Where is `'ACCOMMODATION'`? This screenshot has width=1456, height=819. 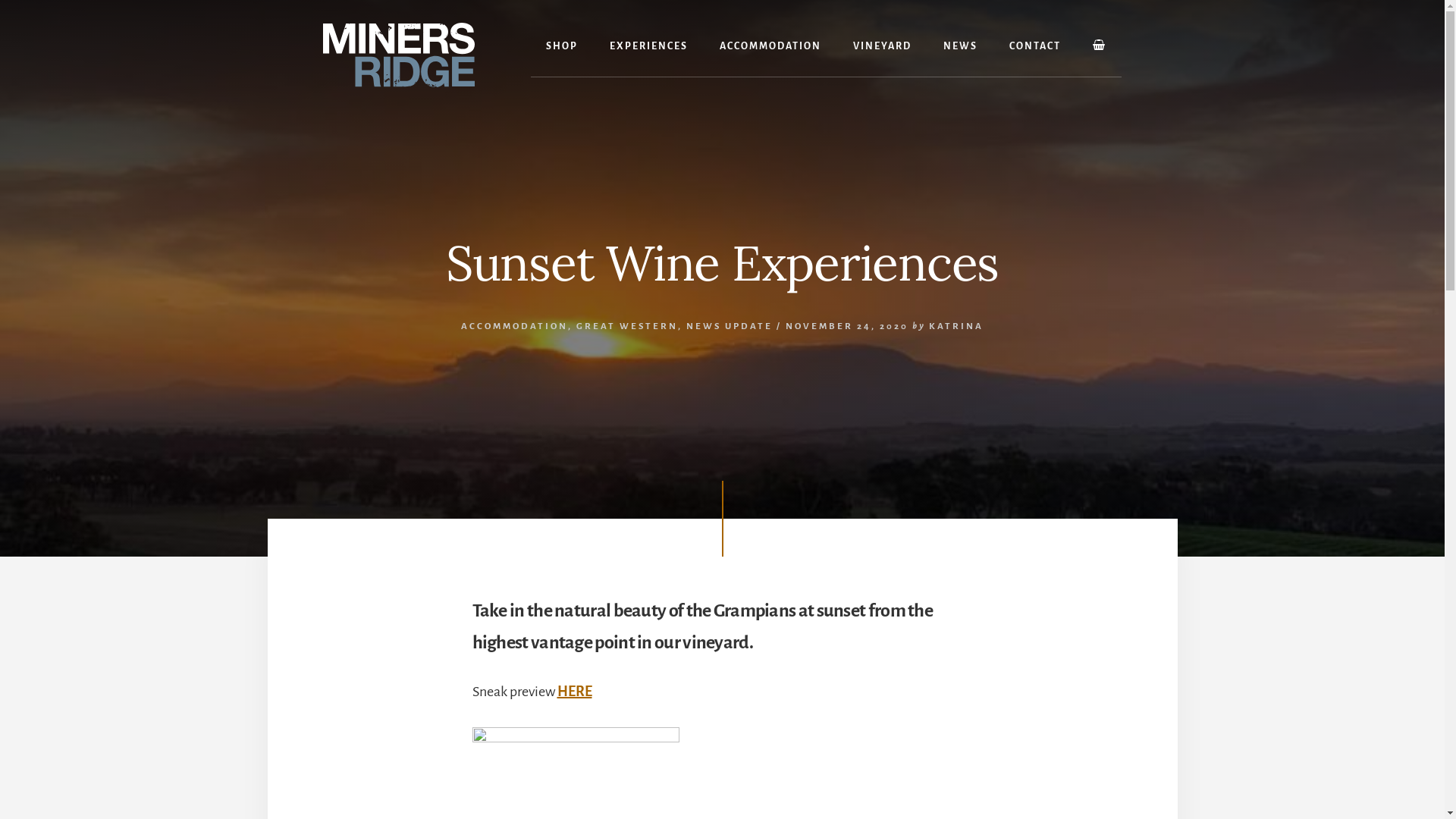 'ACCOMMODATION' is located at coordinates (514, 325).